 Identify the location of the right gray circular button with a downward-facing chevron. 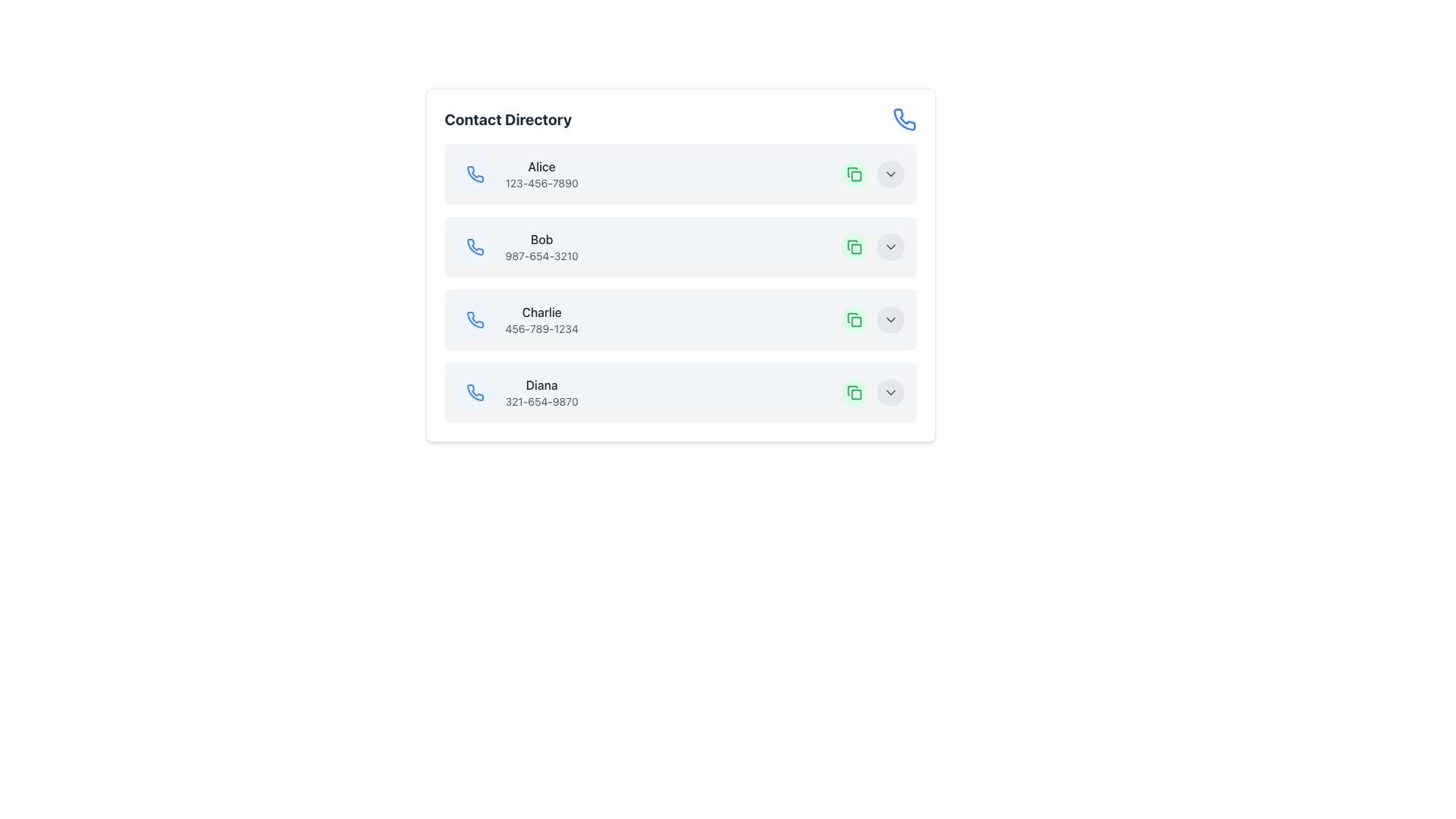
(872, 174).